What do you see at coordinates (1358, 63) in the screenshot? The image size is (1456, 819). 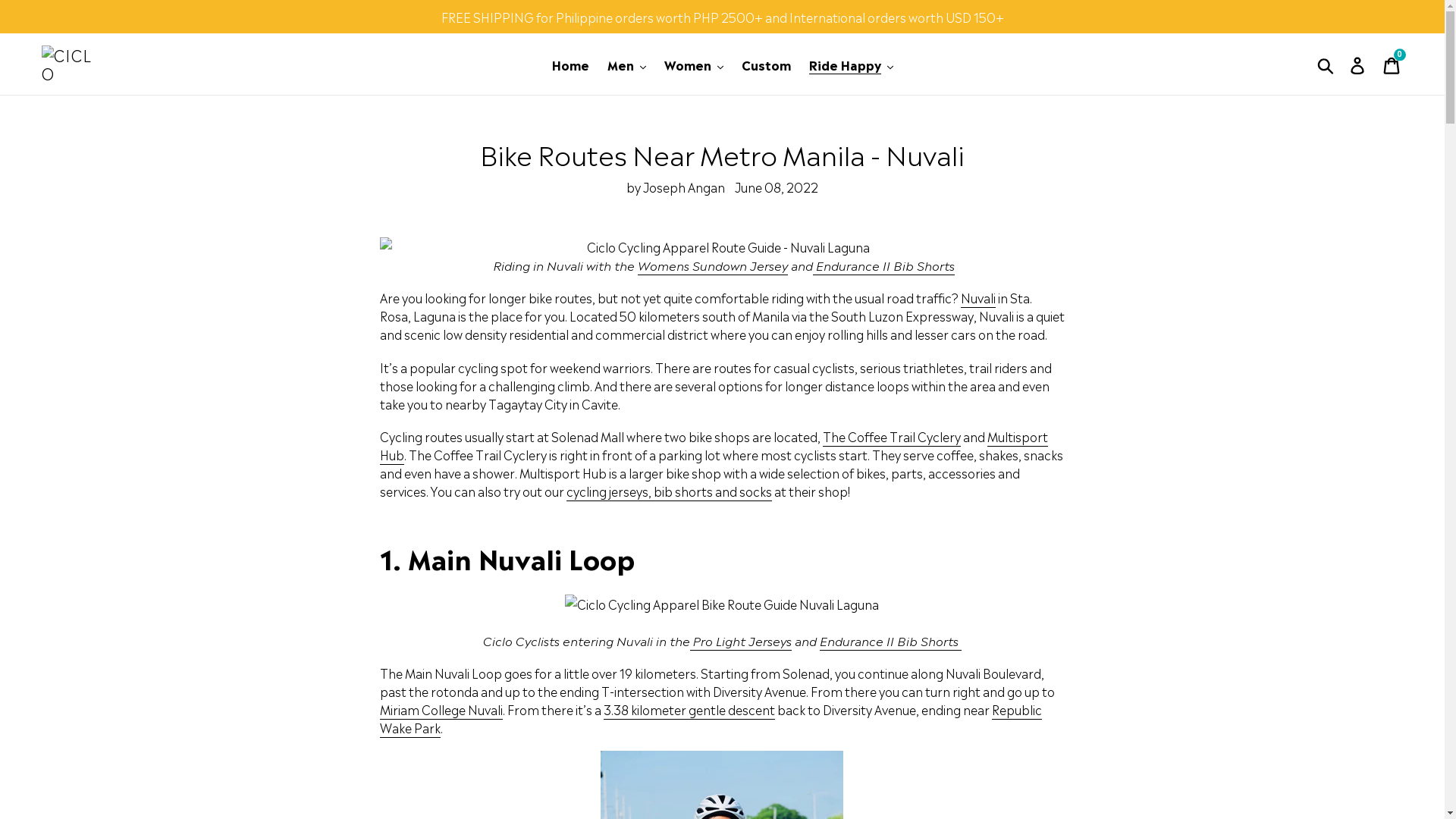 I see `'Log in'` at bounding box center [1358, 63].